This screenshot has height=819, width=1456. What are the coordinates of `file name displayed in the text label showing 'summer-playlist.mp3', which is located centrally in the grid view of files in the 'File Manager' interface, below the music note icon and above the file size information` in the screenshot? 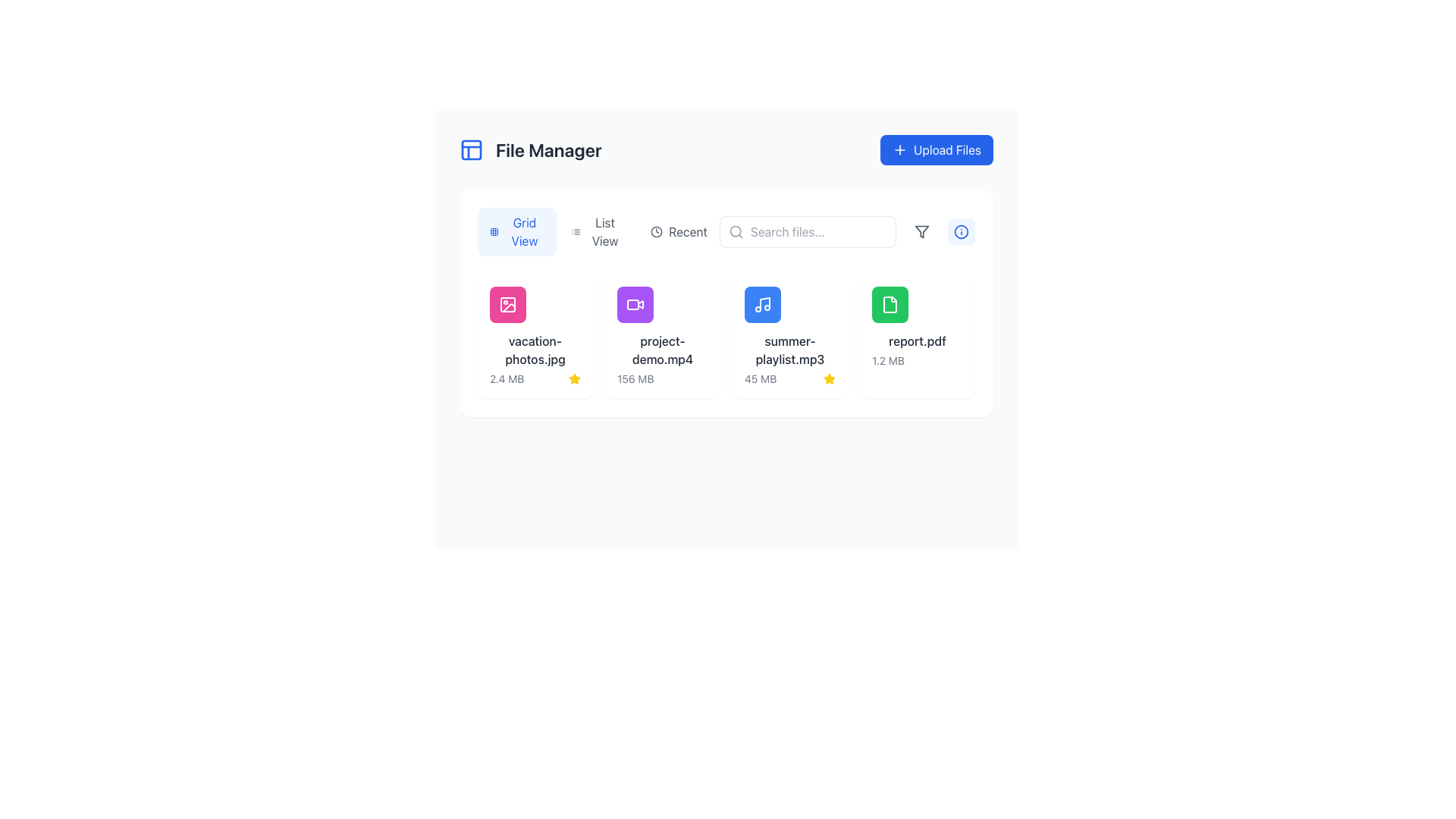 It's located at (789, 350).